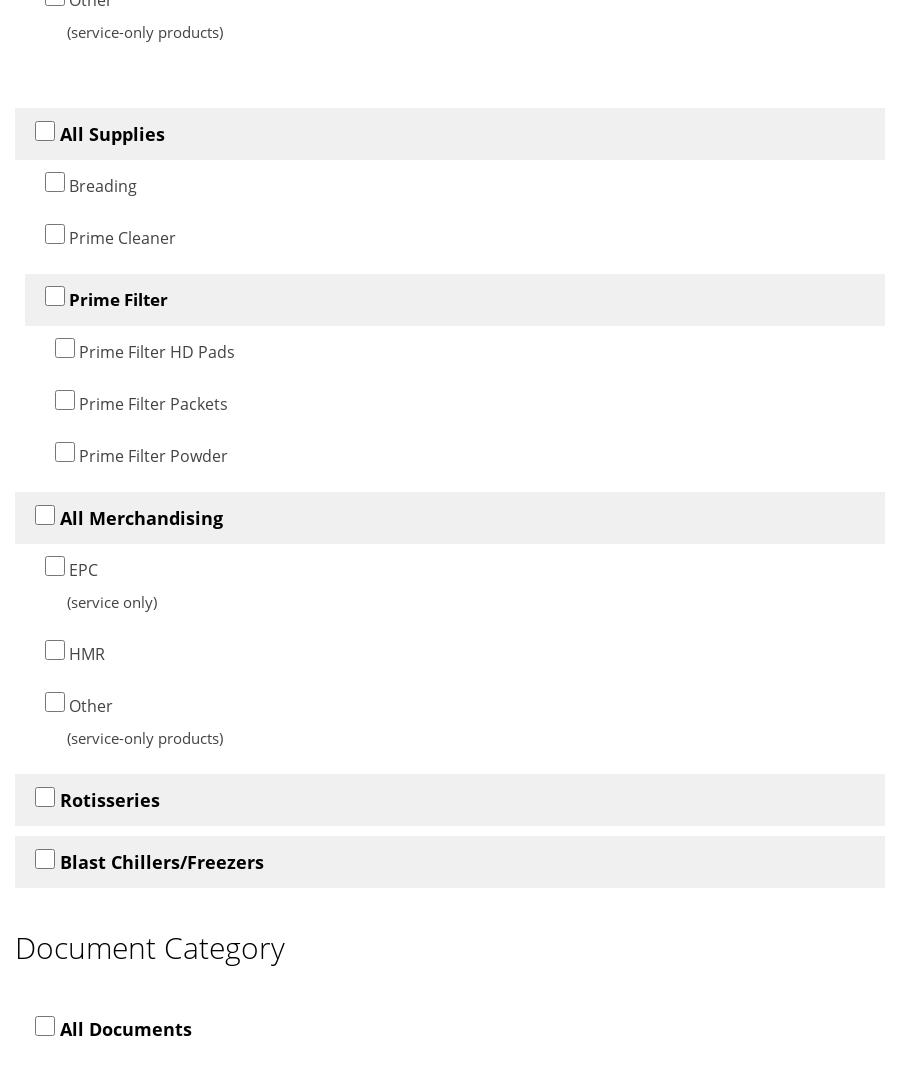 This screenshot has height=1066, width=900. What do you see at coordinates (154, 351) in the screenshot?
I see `'Prime Filter HD Pads'` at bounding box center [154, 351].